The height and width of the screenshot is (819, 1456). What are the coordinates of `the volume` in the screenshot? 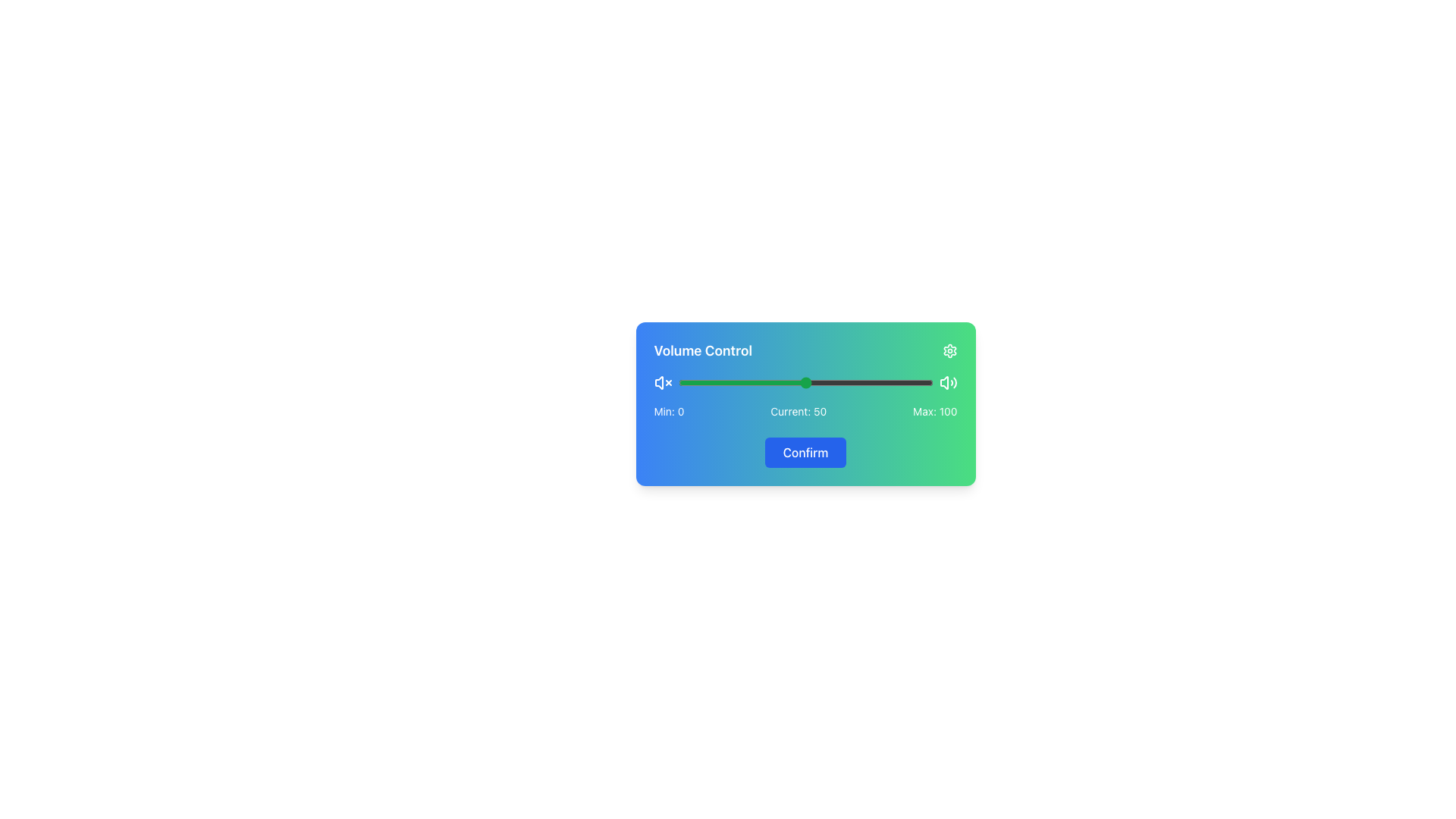 It's located at (789, 382).